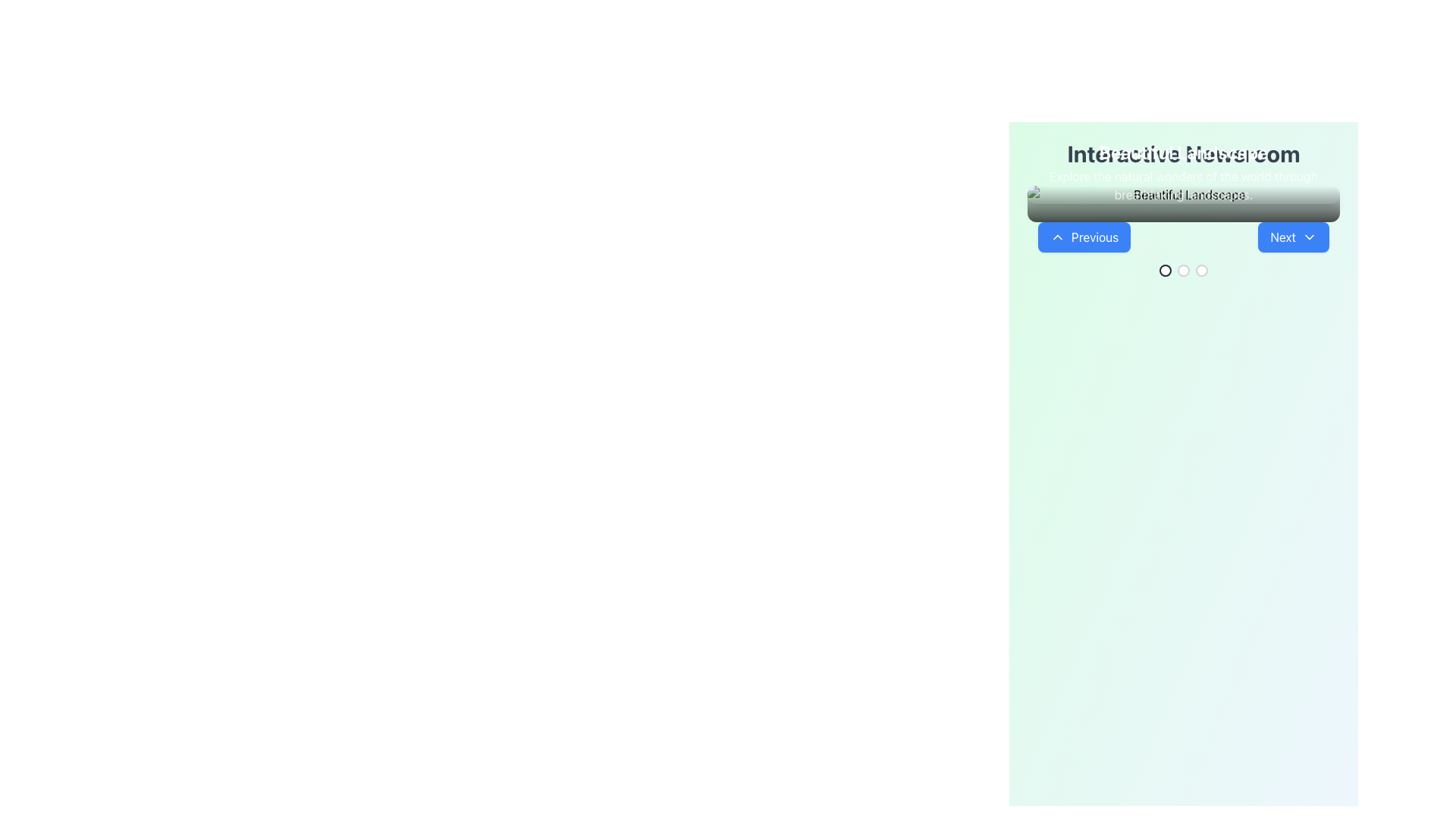 The width and height of the screenshot is (1456, 819). What do you see at coordinates (1182, 270) in the screenshot?
I see `the second radio button in the horizontal sequence of three located centrally at the bottom section of the interface` at bounding box center [1182, 270].